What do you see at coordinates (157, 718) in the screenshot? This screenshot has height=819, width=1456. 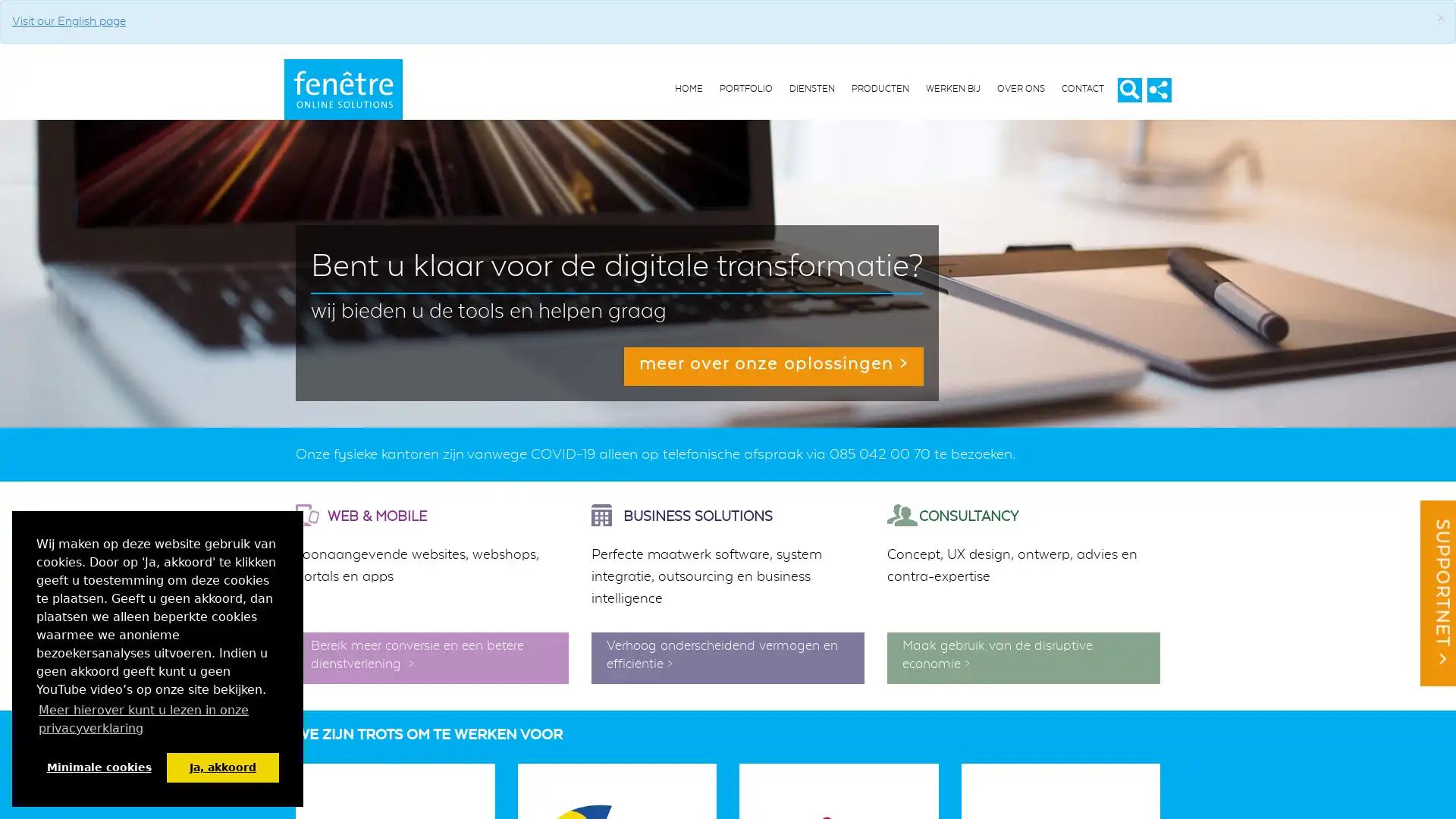 I see `learn more about cookies` at bounding box center [157, 718].